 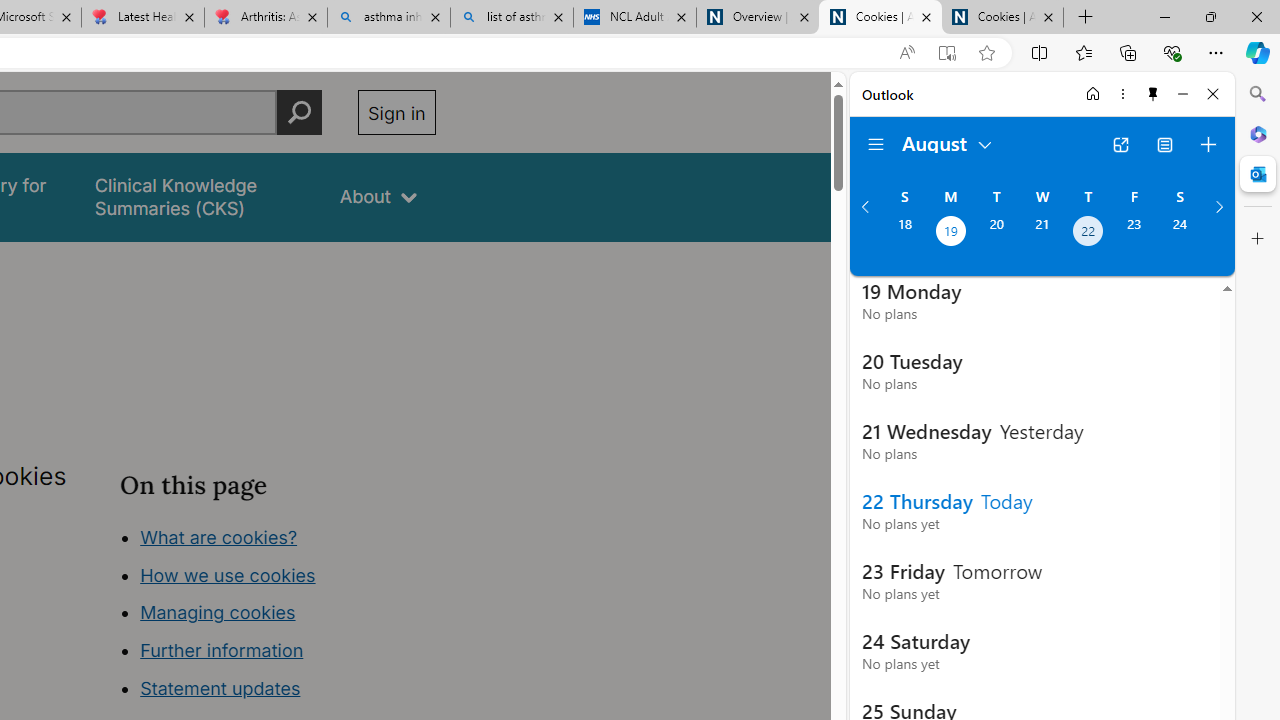 What do you see at coordinates (1165, 144) in the screenshot?
I see `'View Switcher. Current view is Agenda view'` at bounding box center [1165, 144].